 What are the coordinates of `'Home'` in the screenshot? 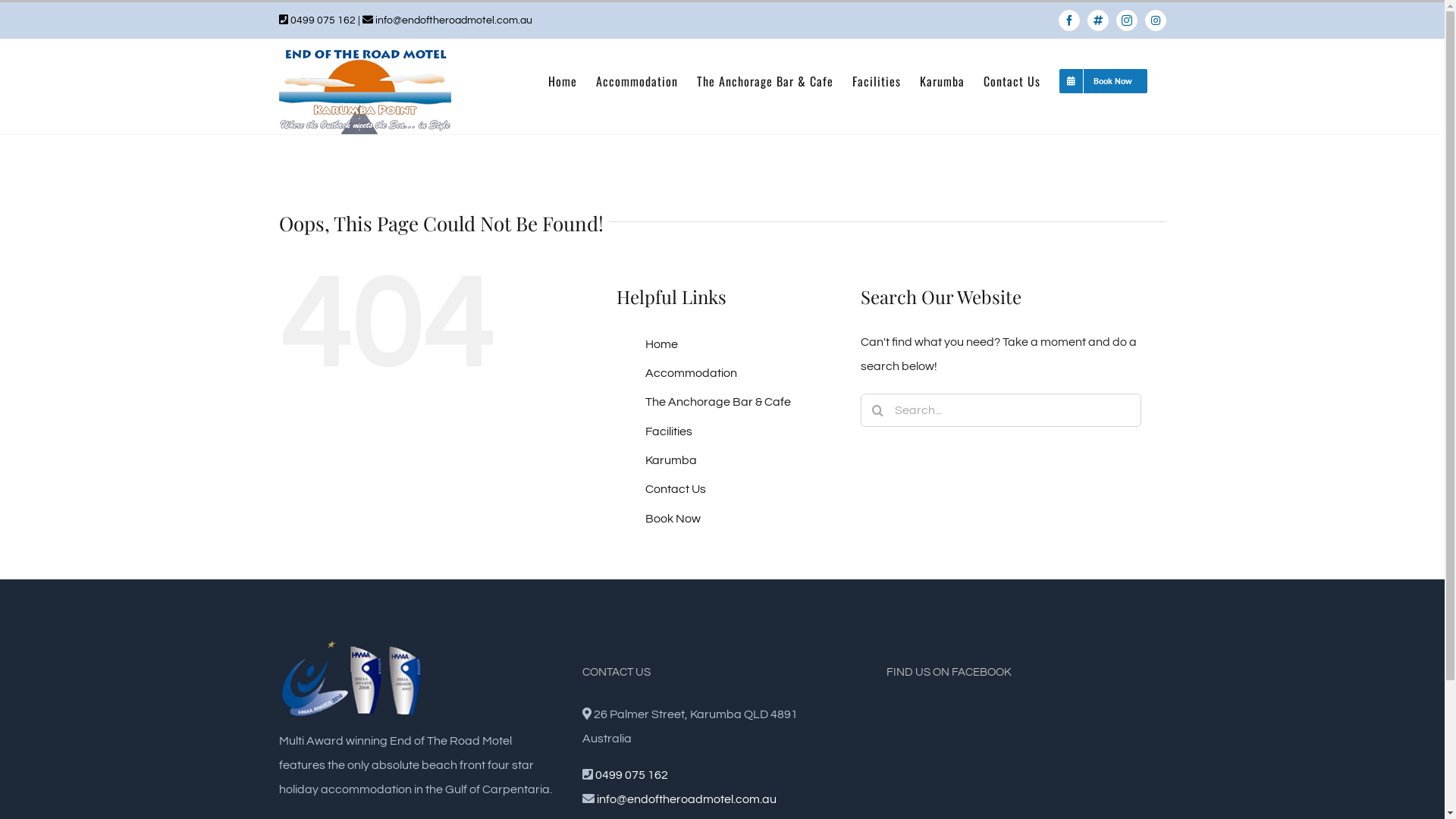 It's located at (560, 81).